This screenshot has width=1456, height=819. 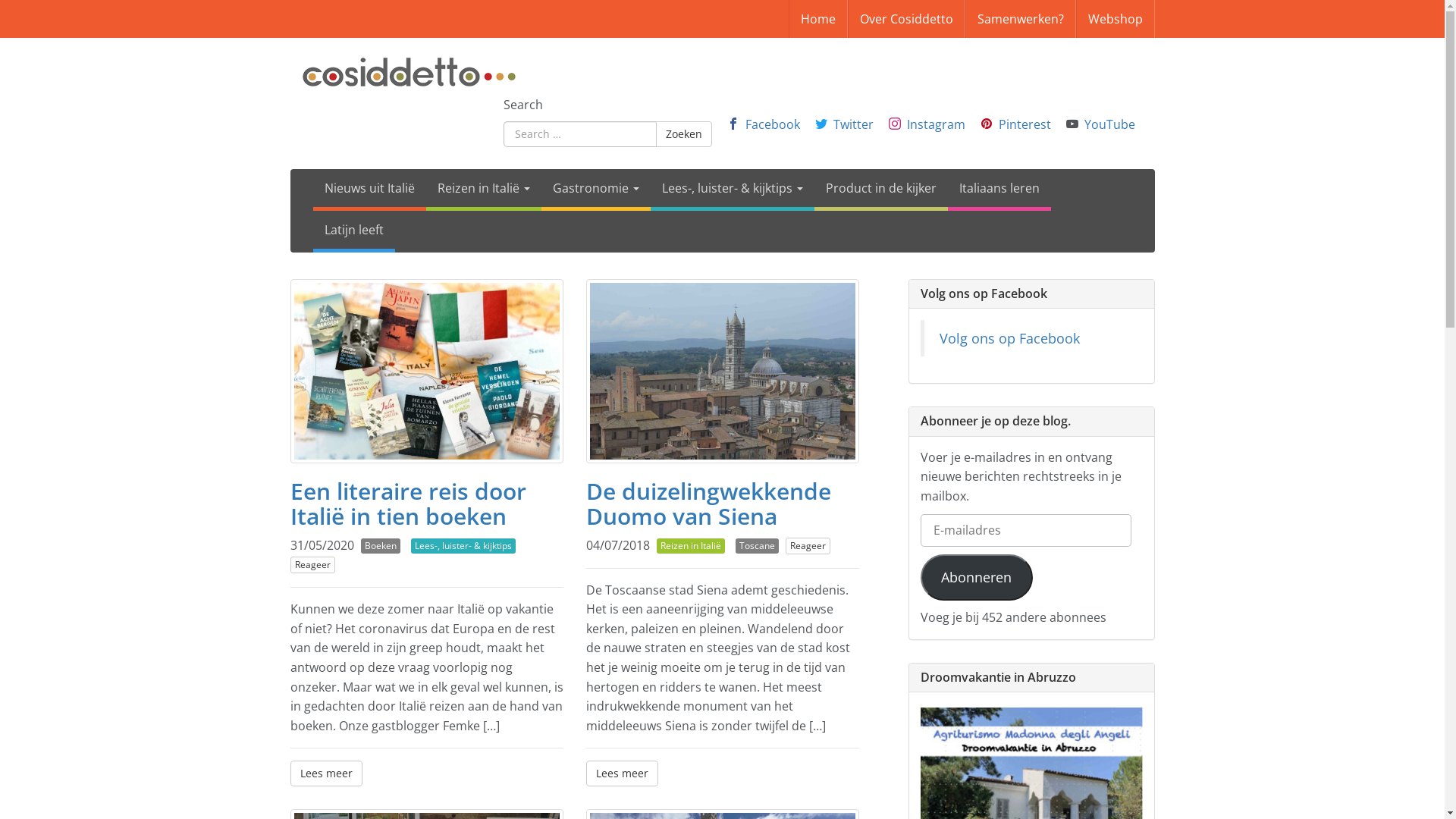 I want to click on 'Zoeken naar:', so click(x=503, y=133).